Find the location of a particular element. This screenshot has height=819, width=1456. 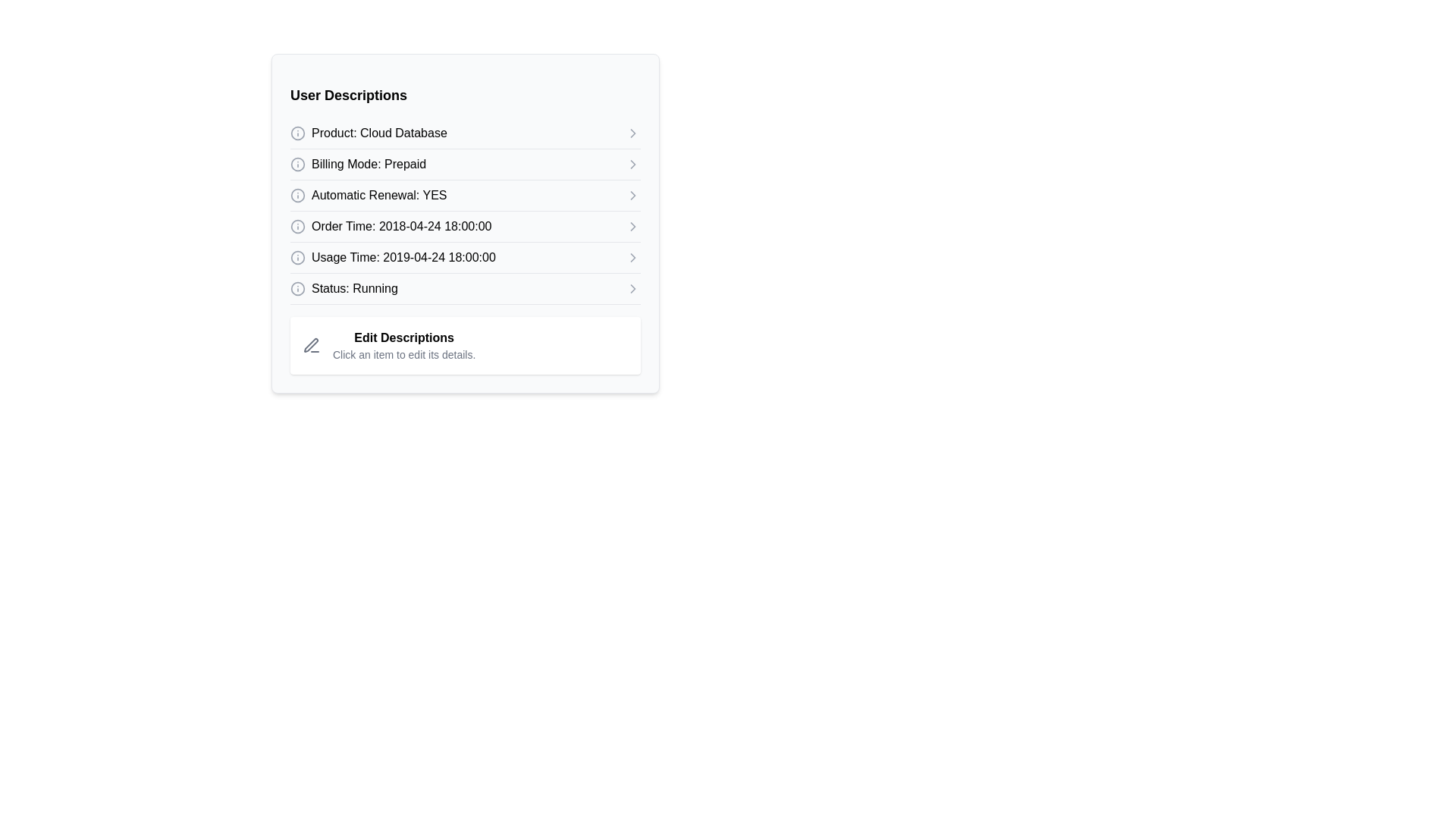

the static text located directly below the header 'Edit Descriptions' in the lower section of the information panel is located at coordinates (404, 354).